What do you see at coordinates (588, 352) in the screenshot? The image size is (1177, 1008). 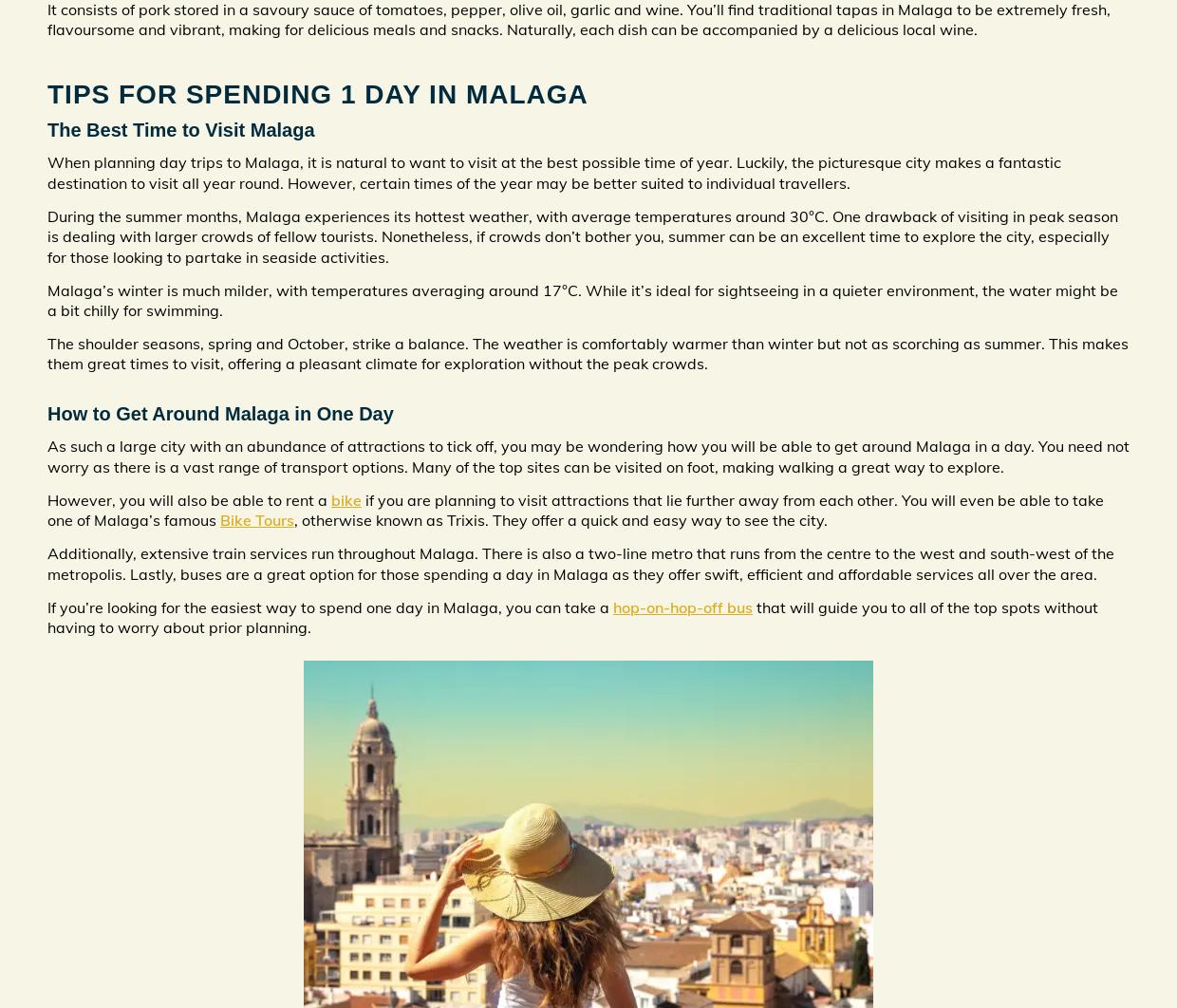 I see `'The shoulder seasons, spring and October, strike a balance. The weather is comfortably warmer than winter but not as scorching as summer. This makes them great times to visit, offering a pleasant climate for exploration without the peak crowds.'` at bounding box center [588, 352].